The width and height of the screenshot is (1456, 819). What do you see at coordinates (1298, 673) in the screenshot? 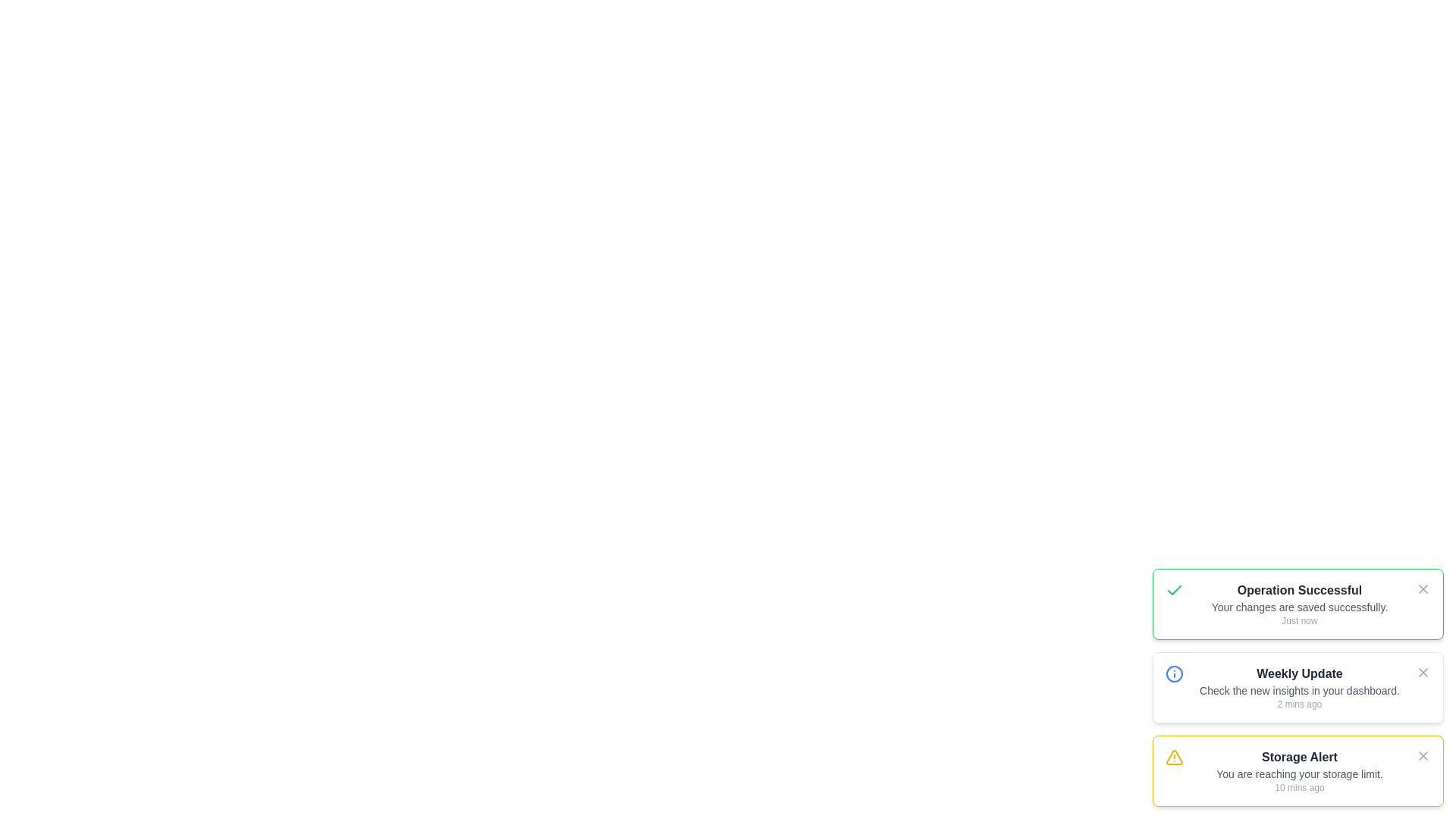
I see `text content of the bolded text label displaying 'Weekly Update' located at the top of the second notification card from the top` at bounding box center [1298, 673].